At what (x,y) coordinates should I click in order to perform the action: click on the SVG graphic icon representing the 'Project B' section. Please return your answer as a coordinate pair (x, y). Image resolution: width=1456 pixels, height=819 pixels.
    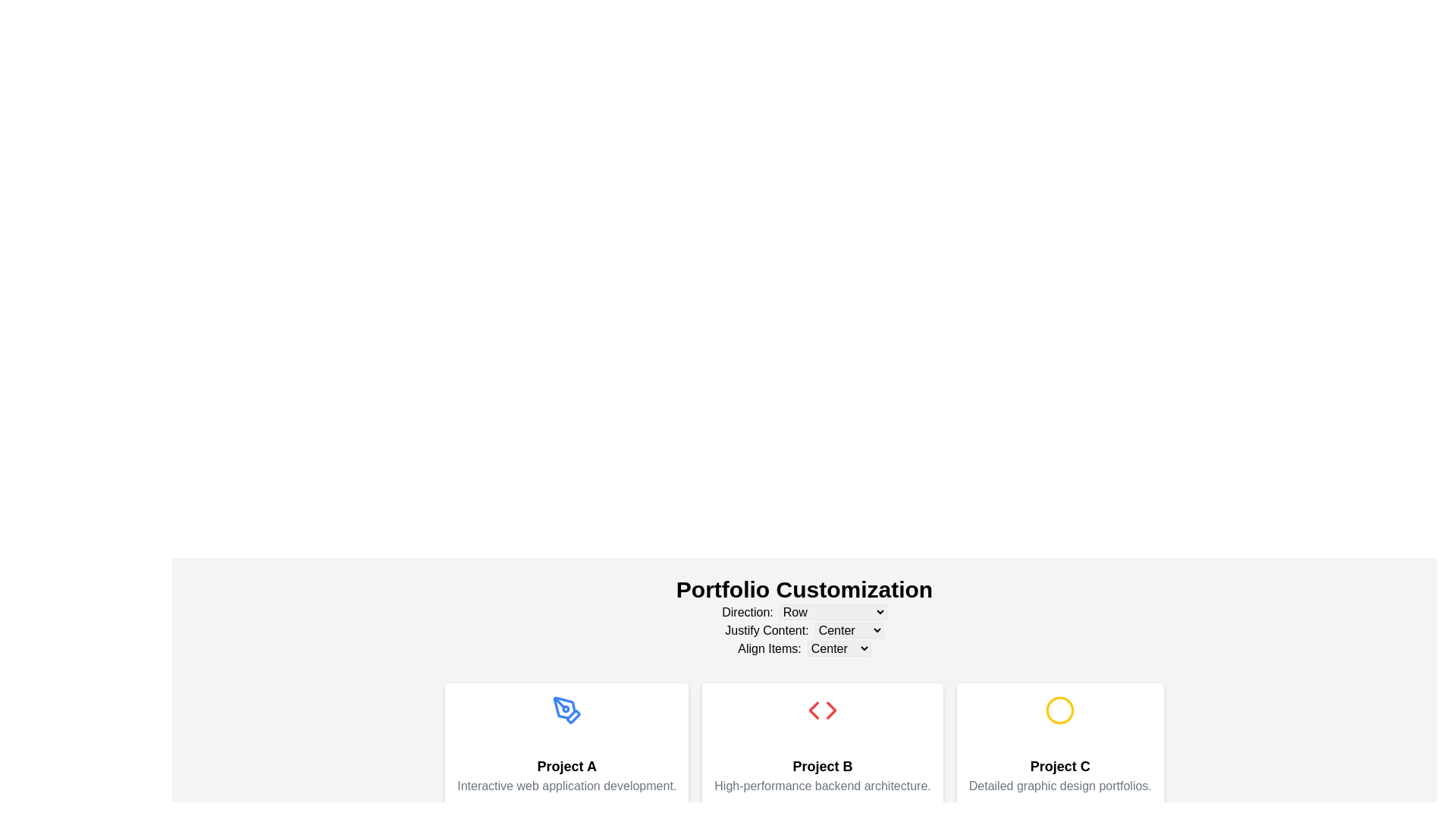
    Looking at the image, I should click on (821, 711).